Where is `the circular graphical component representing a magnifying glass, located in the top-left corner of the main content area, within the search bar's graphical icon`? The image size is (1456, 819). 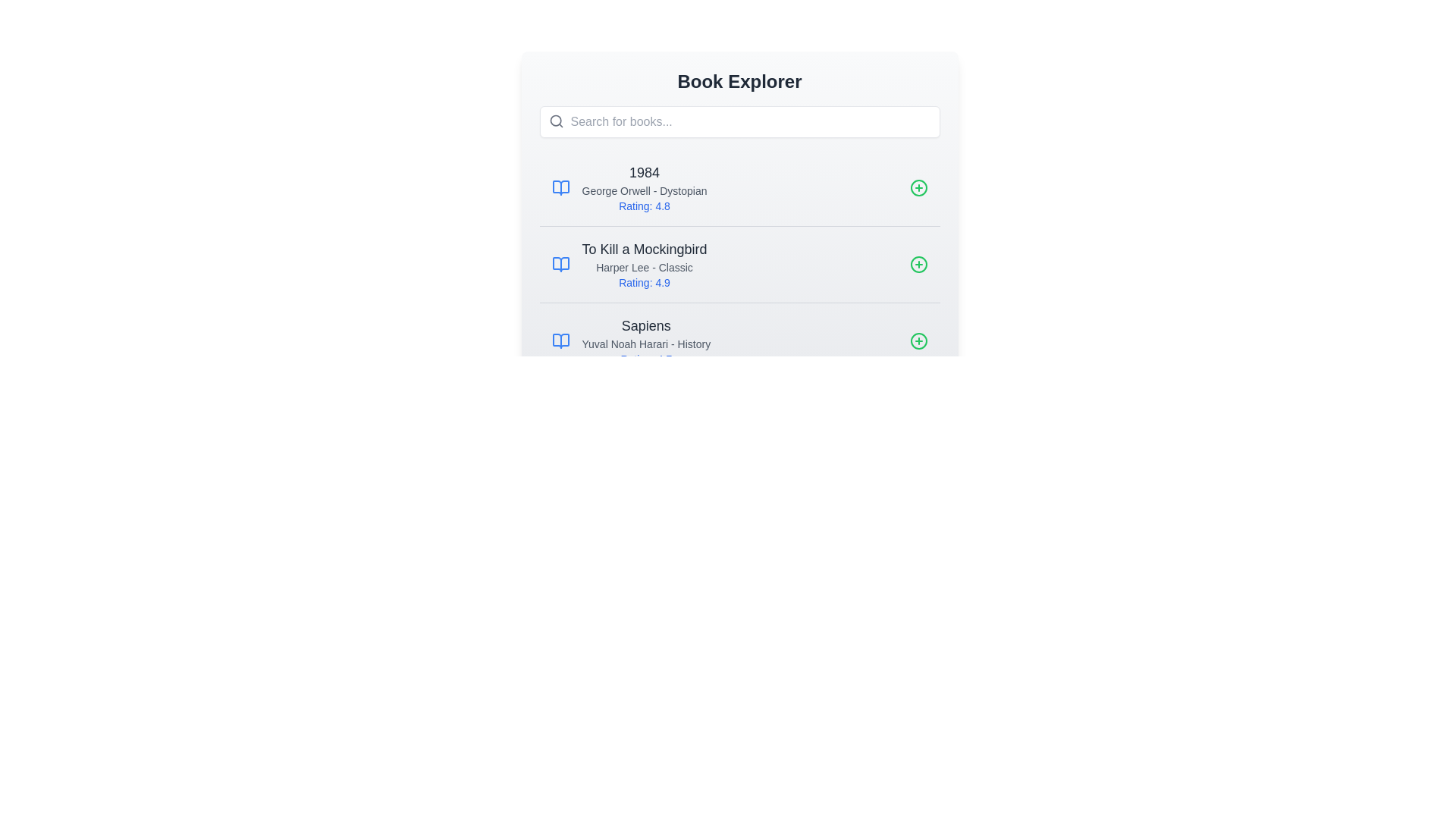 the circular graphical component representing a magnifying glass, located in the top-left corner of the main content area, within the search bar's graphical icon is located at coordinates (554, 120).